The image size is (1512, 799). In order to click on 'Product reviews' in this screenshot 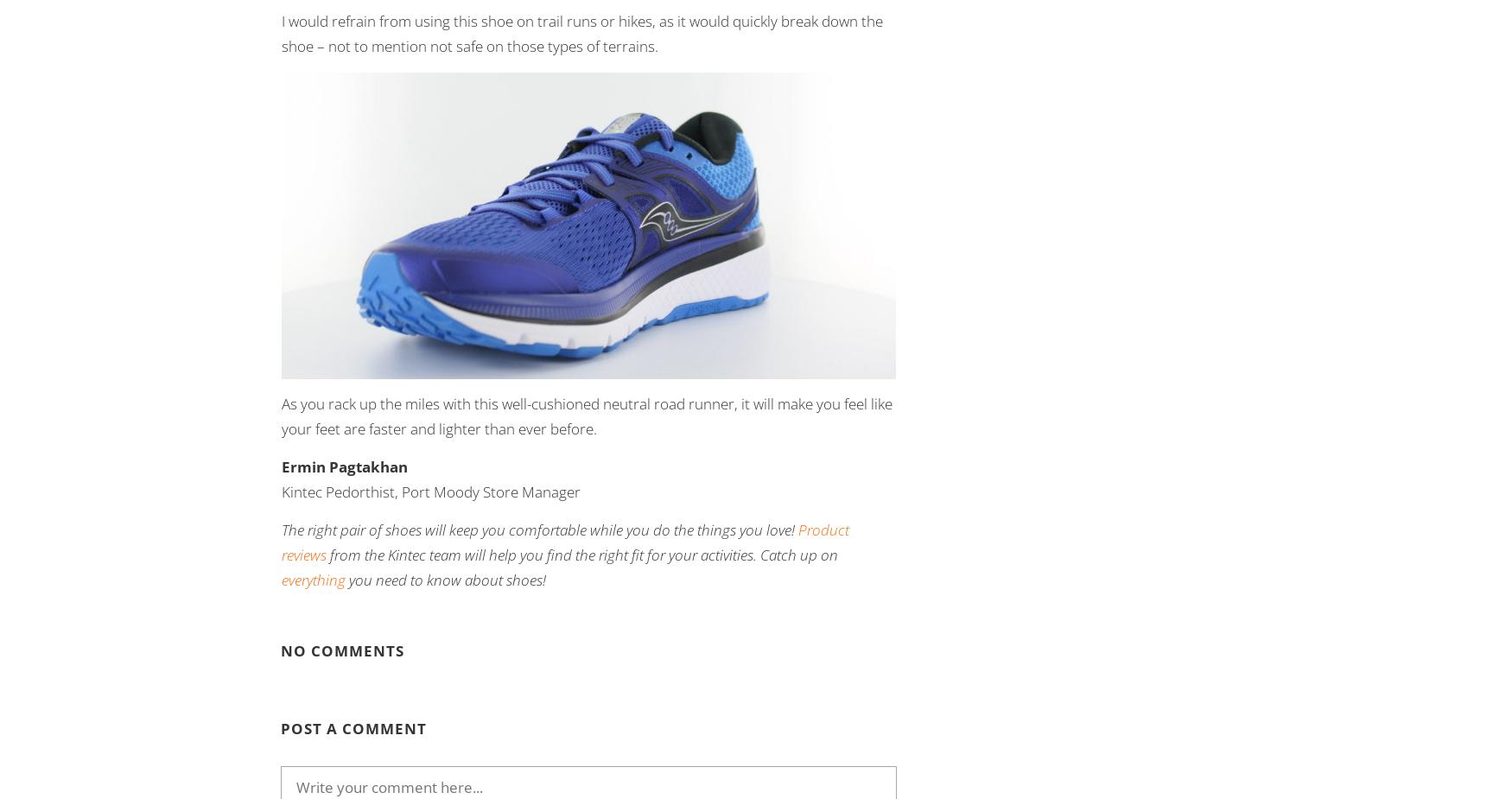, I will do `click(564, 541)`.